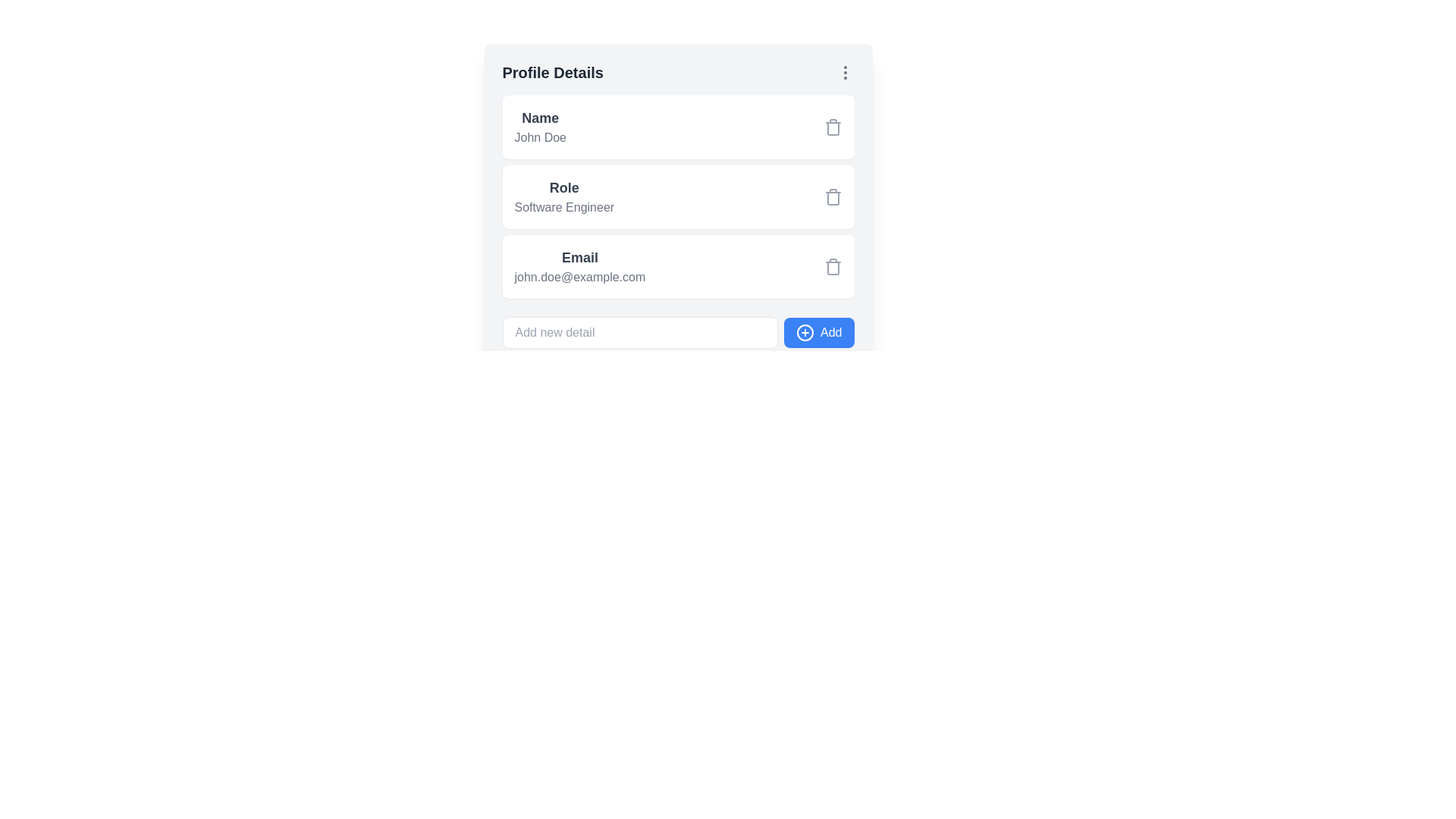 The height and width of the screenshot is (819, 1456). Describe the element at coordinates (805, 332) in the screenshot. I see `the icon of a circle with a plus sign inside, located to the left of the 'Add' button in the bottom-right corner of the 'Profile Details' form` at that location.